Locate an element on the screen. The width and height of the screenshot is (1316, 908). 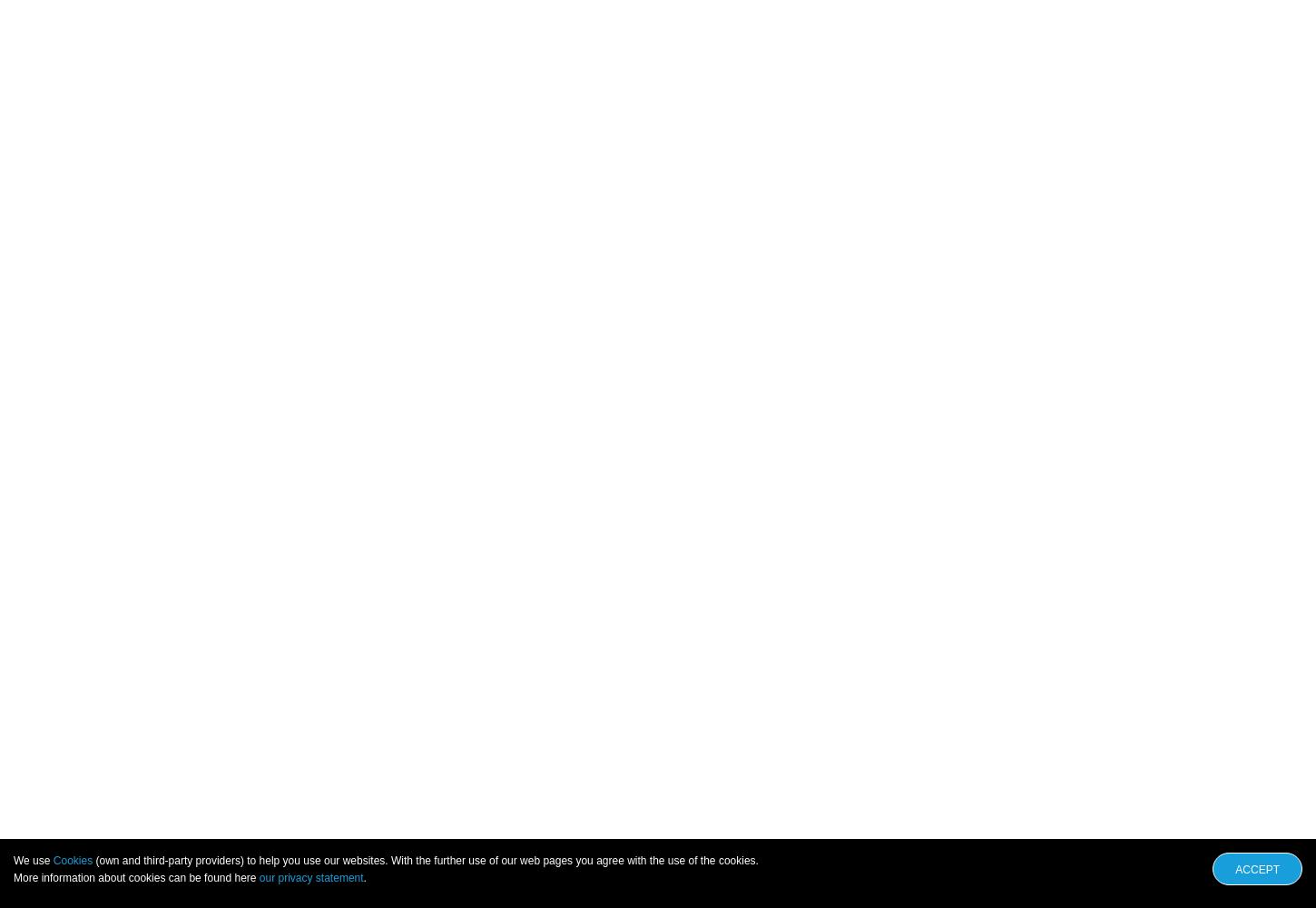
'Cookies' is located at coordinates (73, 860).